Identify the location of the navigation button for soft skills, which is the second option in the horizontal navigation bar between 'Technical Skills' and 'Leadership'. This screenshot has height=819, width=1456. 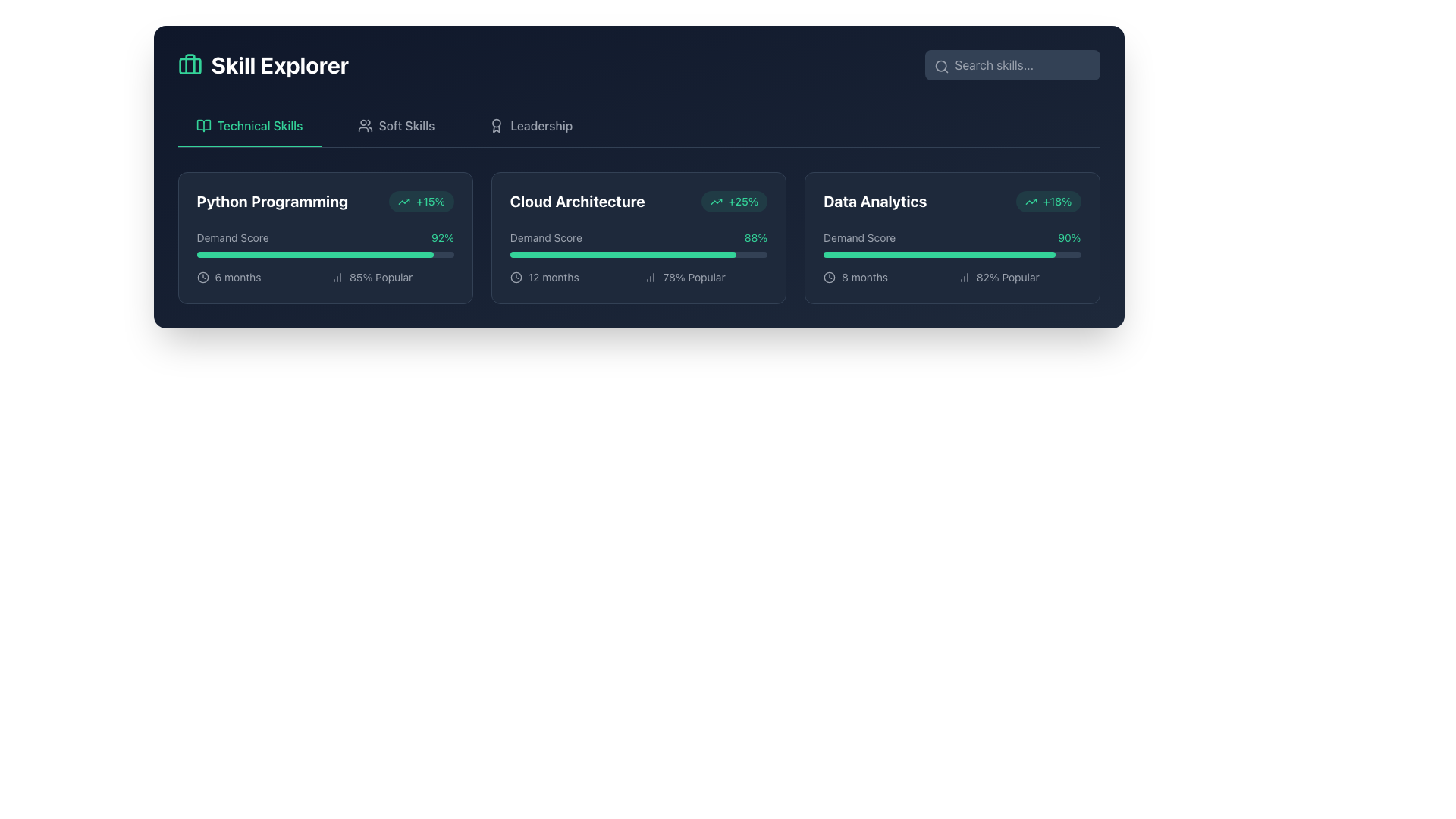
(396, 124).